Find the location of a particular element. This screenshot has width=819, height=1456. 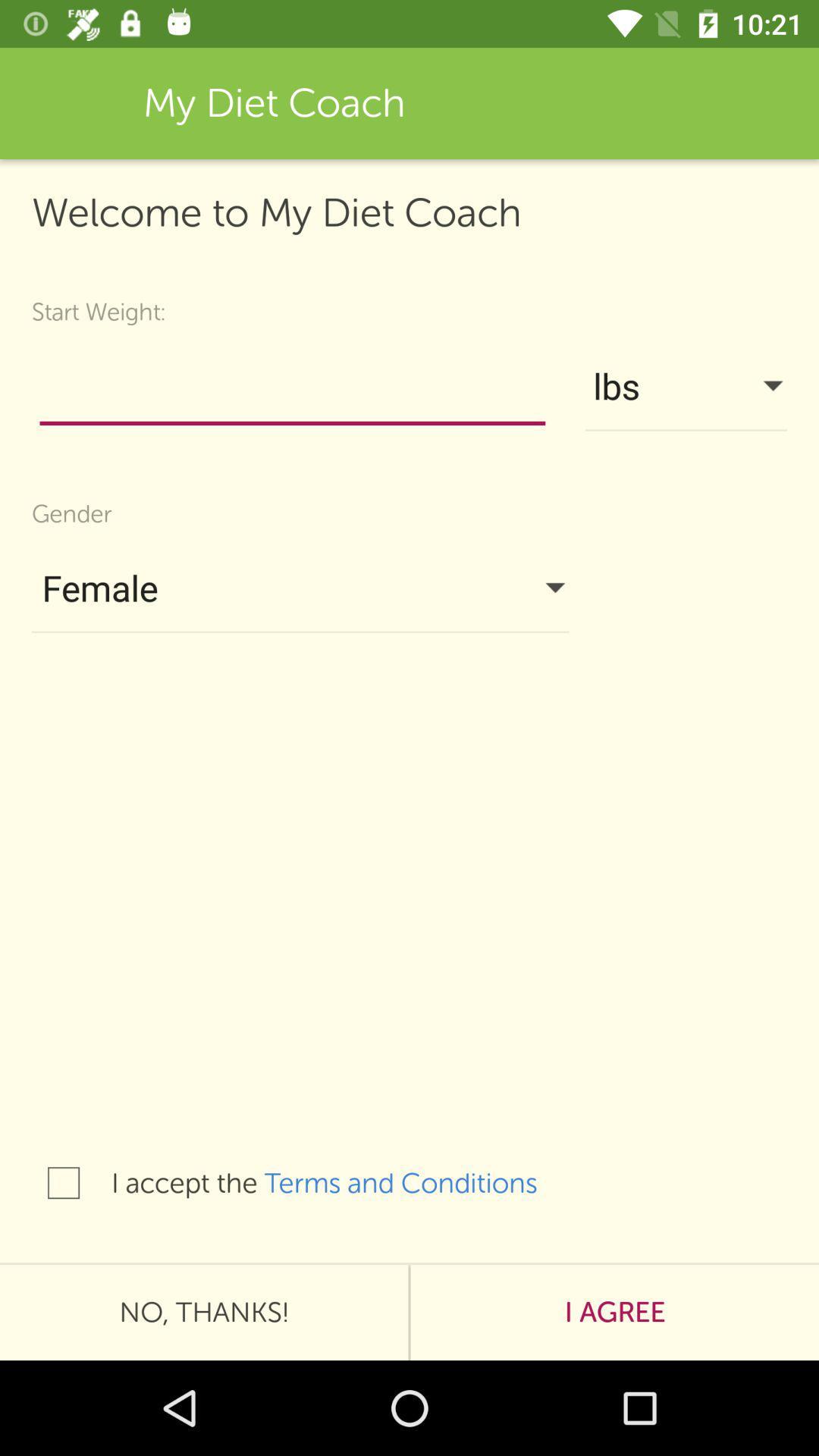

i agree item is located at coordinates (614, 1312).